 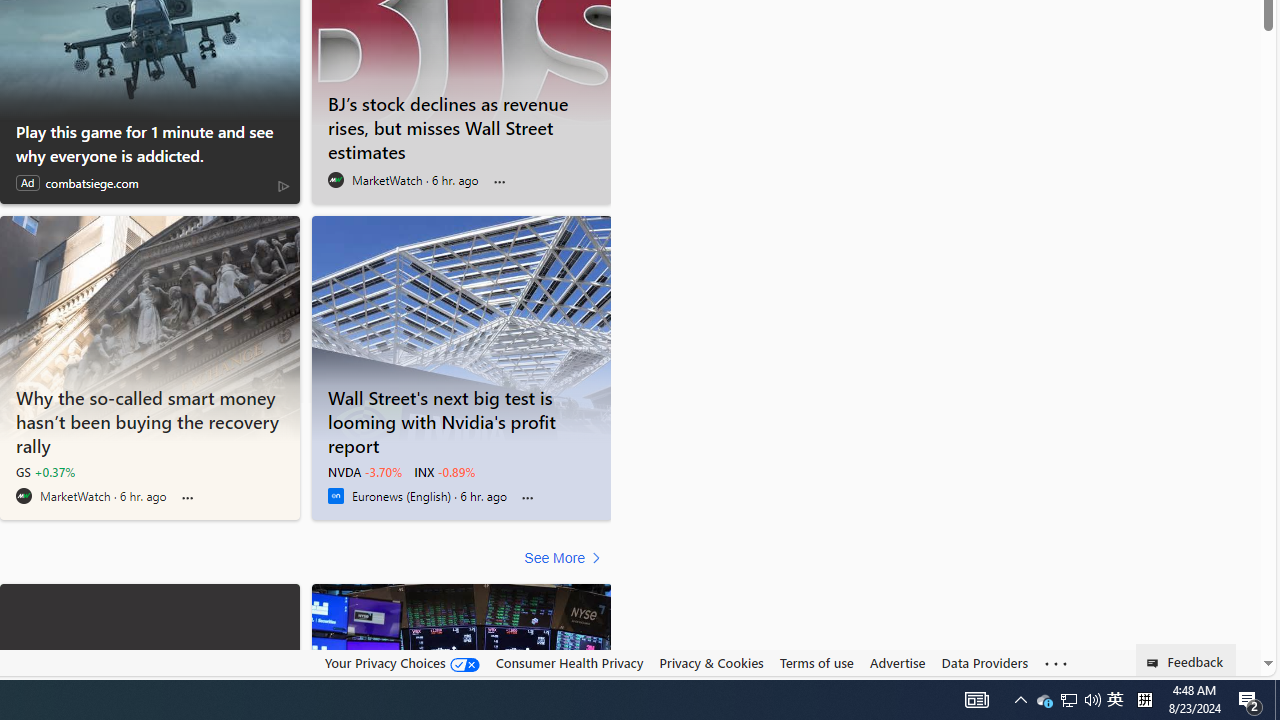 I want to click on 'Privacy & Cookies', so click(x=711, y=662).